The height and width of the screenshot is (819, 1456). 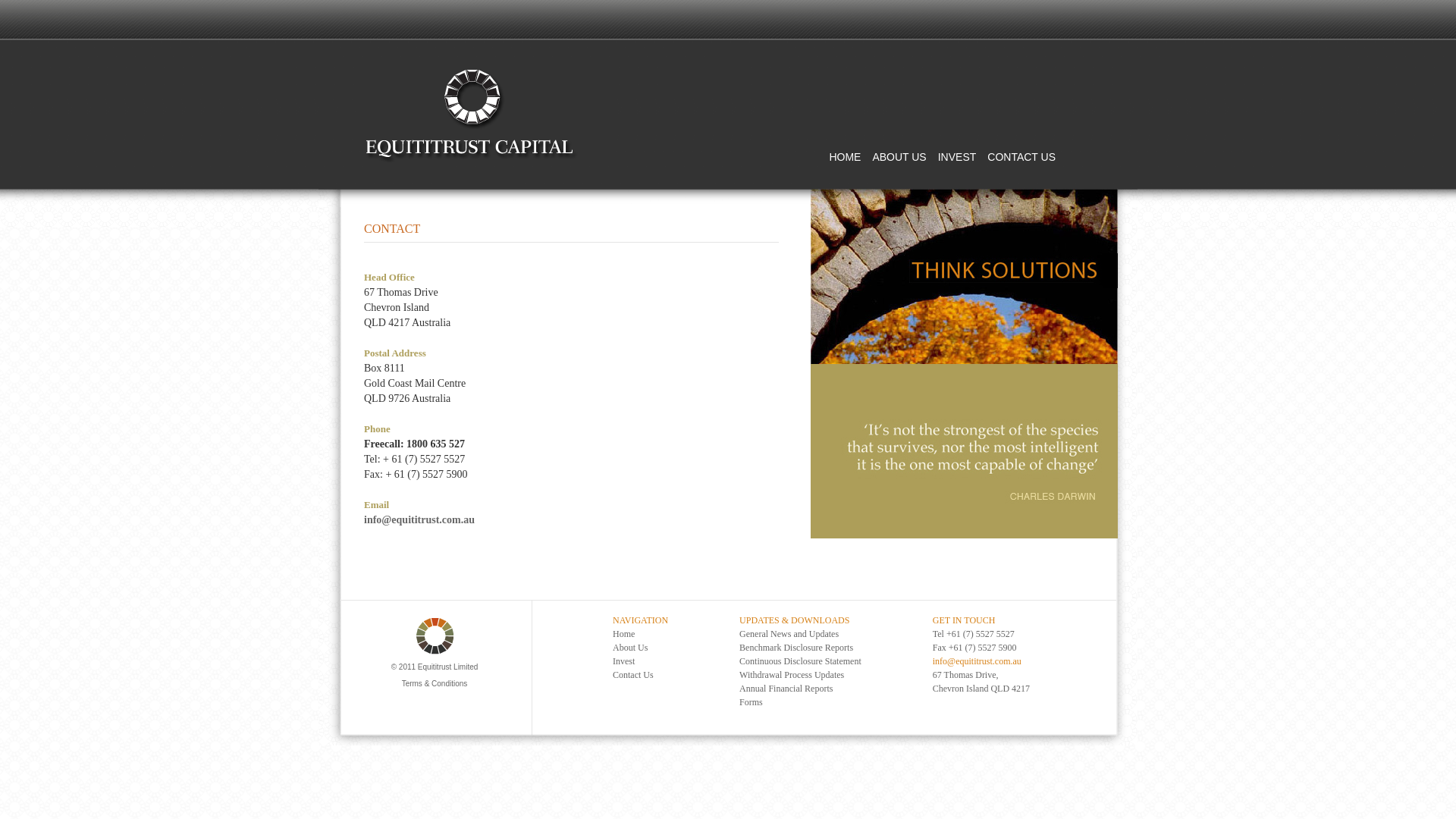 What do you see at coordinates (786, 688) in the screenshot?
I see `'Annual Financial Reports'` at bounding box center [786, 688].